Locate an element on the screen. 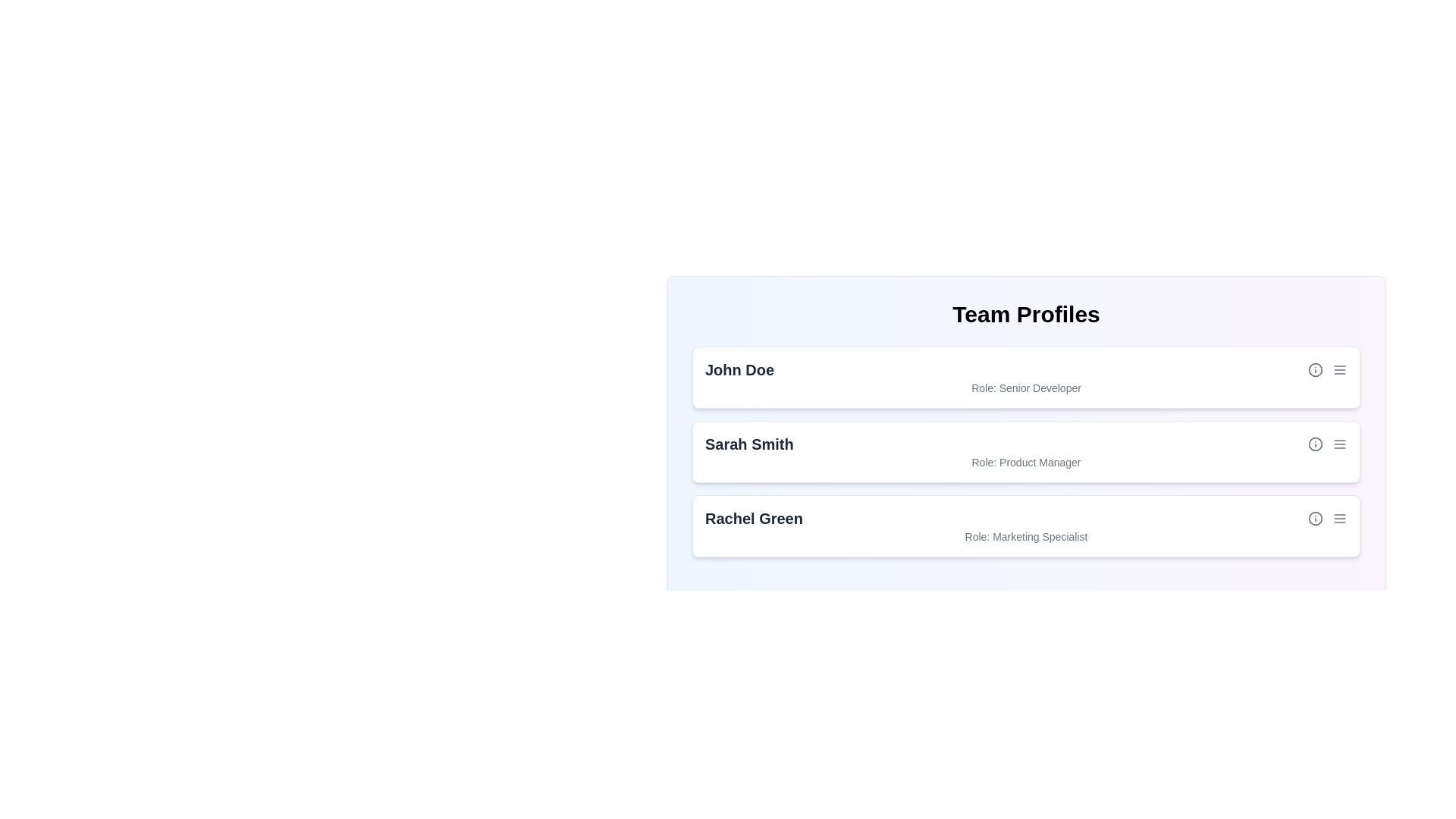 Image resolution: width=1456 pixels, height=819 pixels. the text label element reading 'Role: Senior Developer' that is positioned beneath the name 'John Doe' in the first card of the 'Team Profiles' section is located at coordinates (1026, 388).